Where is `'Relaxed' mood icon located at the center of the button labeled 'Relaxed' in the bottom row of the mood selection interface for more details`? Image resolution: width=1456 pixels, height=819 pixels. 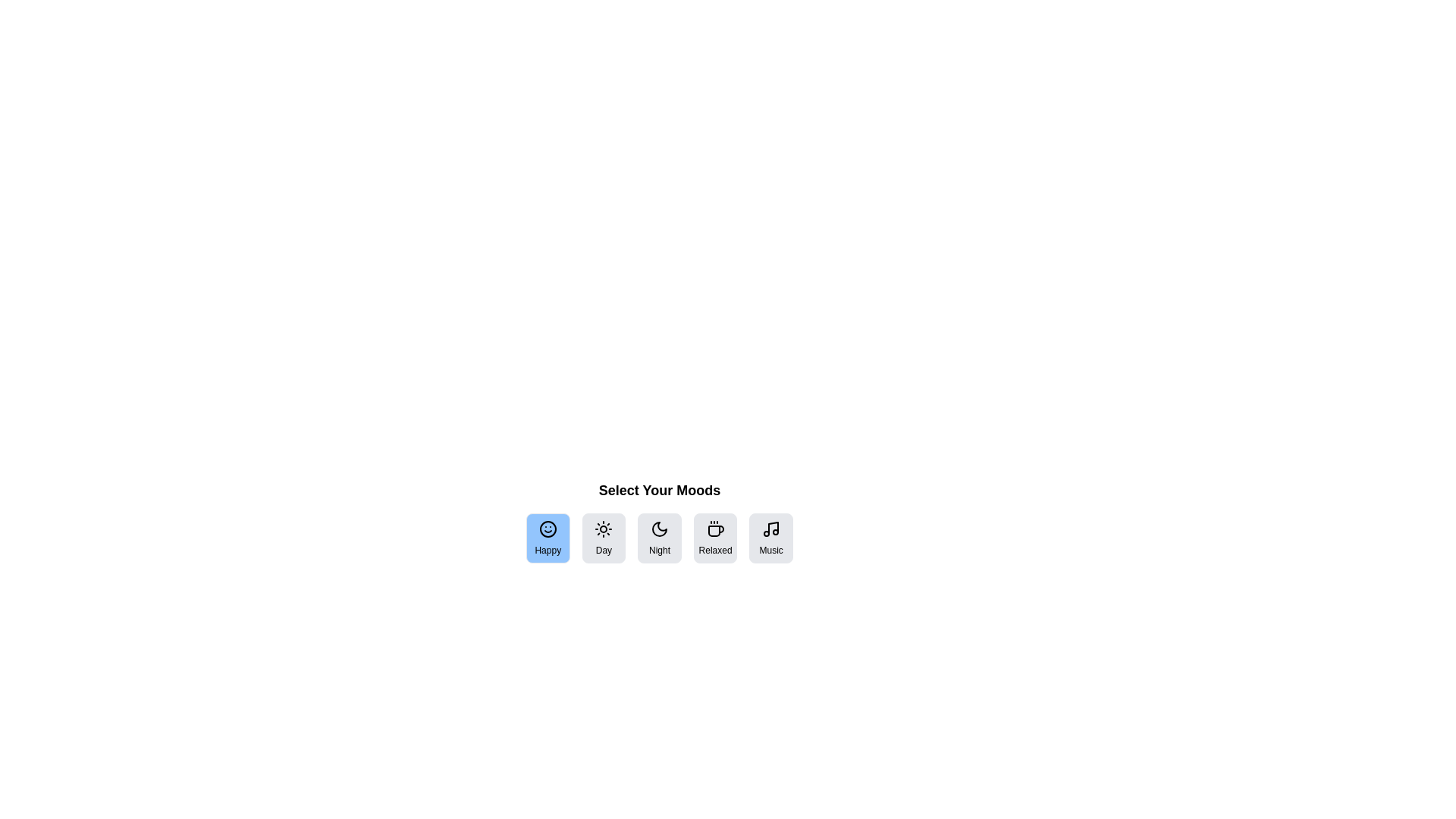
'Relaxed' mood icon located at the center of the button labeled 'Relaxed' in the bottom row of the mood selection interface for more details is located at coordinates (714, 529).